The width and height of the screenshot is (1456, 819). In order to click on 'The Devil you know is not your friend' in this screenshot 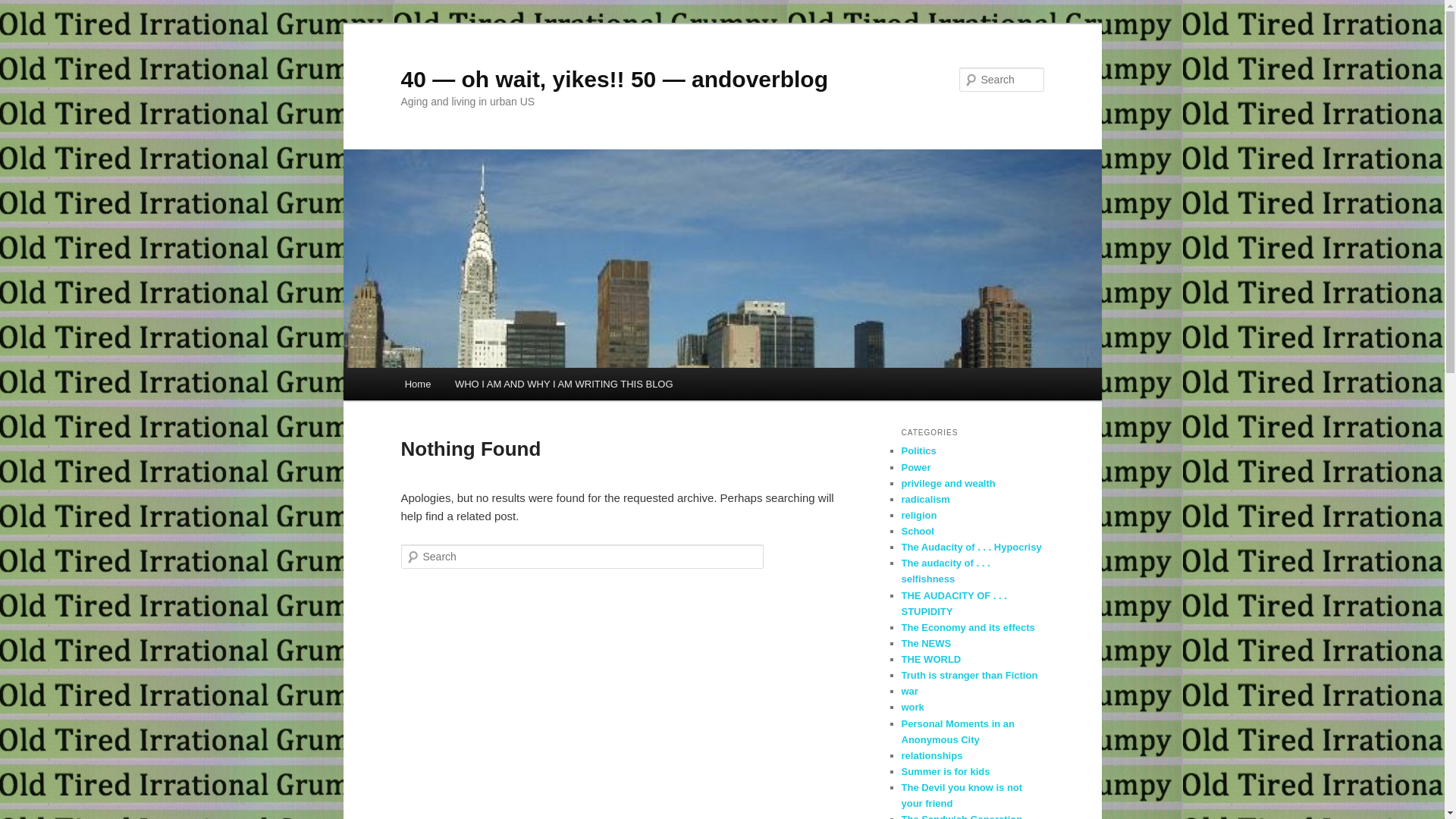, I will do `click(960, 795)`.